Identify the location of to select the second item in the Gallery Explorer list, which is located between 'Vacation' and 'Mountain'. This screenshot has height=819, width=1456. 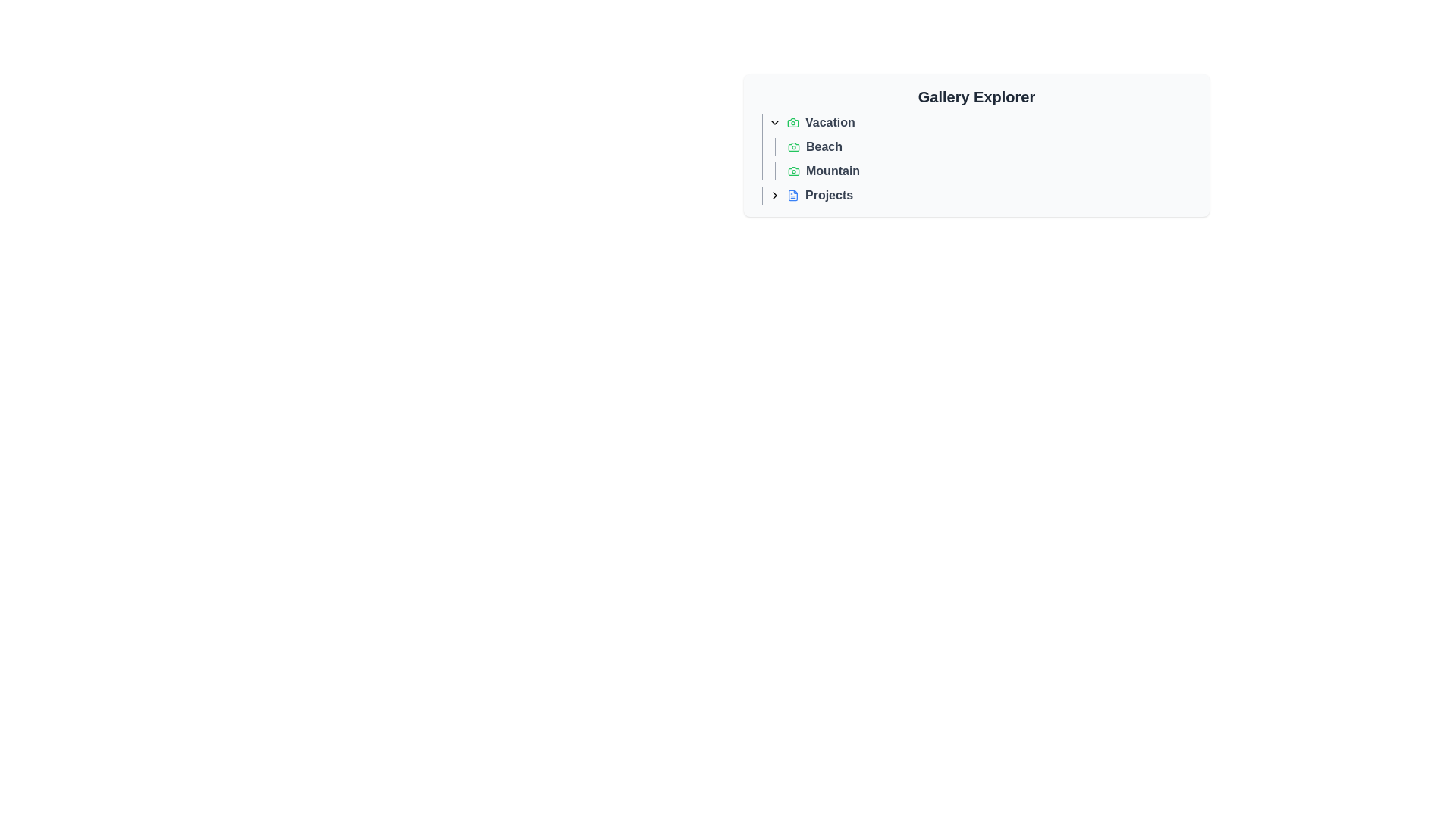
(979, 146).